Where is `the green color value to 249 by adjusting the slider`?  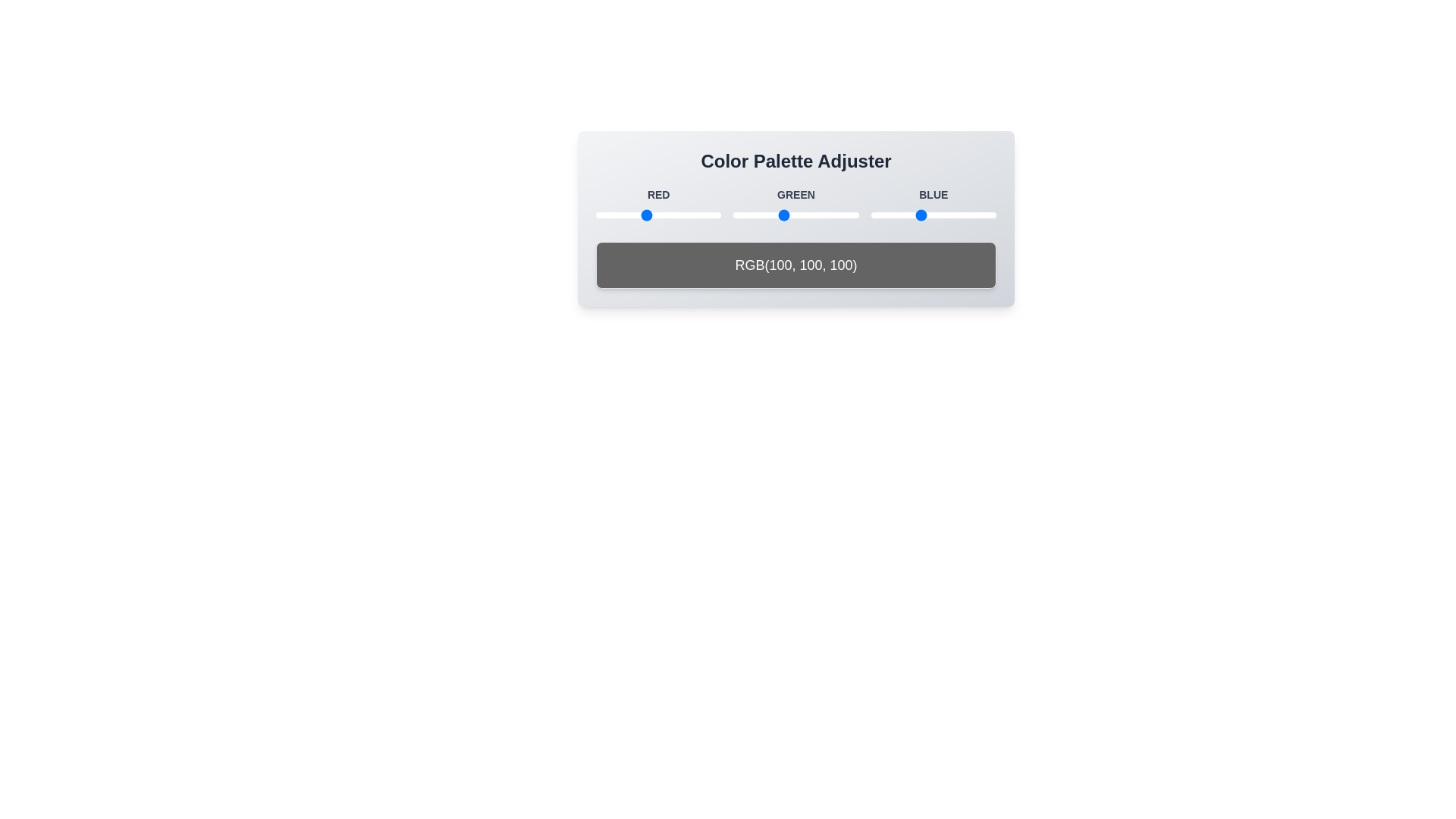 the green color value to 249 by adjusting the slider is located at coordinates (855, 215).